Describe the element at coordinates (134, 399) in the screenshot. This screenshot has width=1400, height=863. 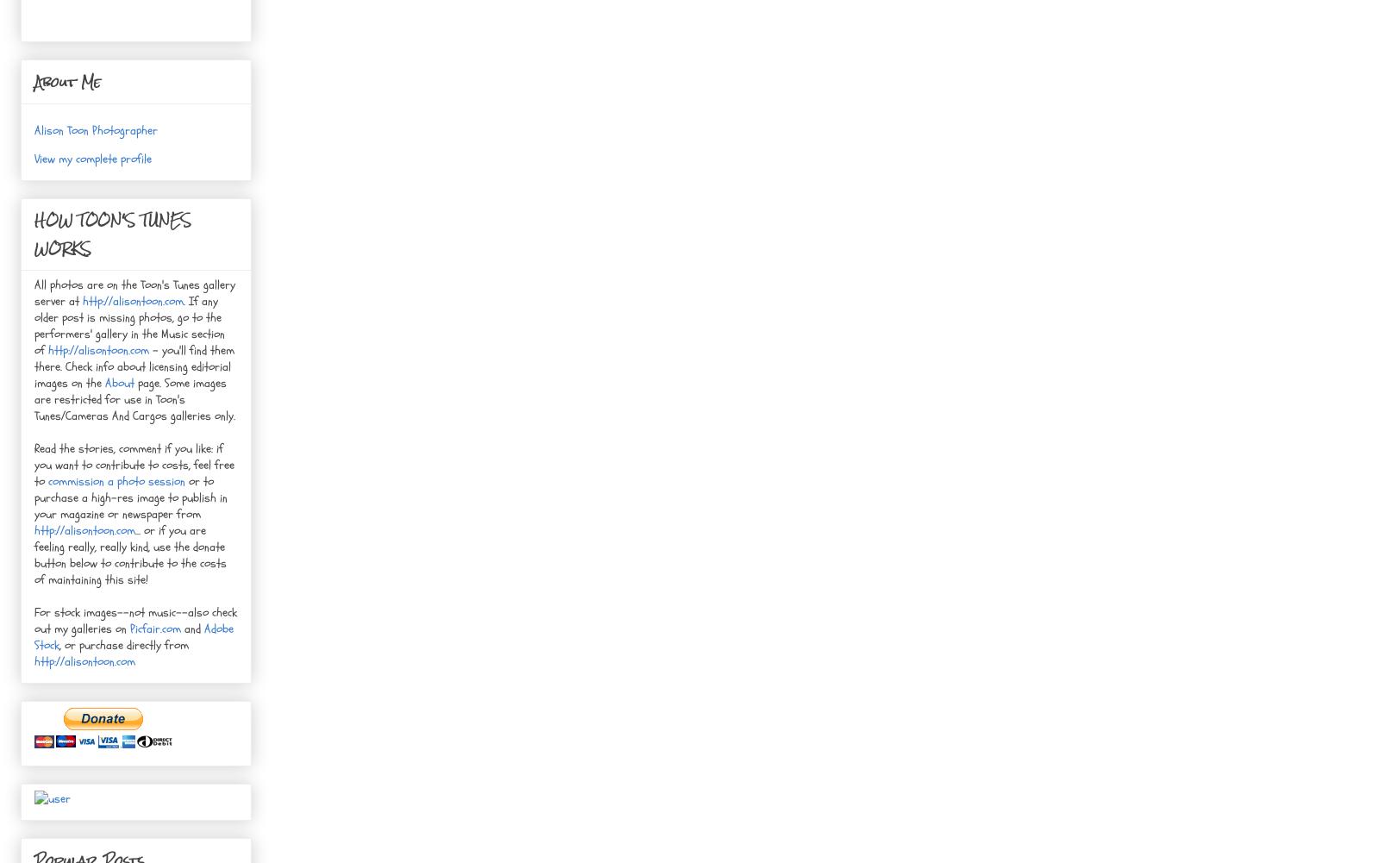
I see `'page. Some images are restricted for use in Toon's Tunes/Cameras And Cargos galleries only.'` at that location.